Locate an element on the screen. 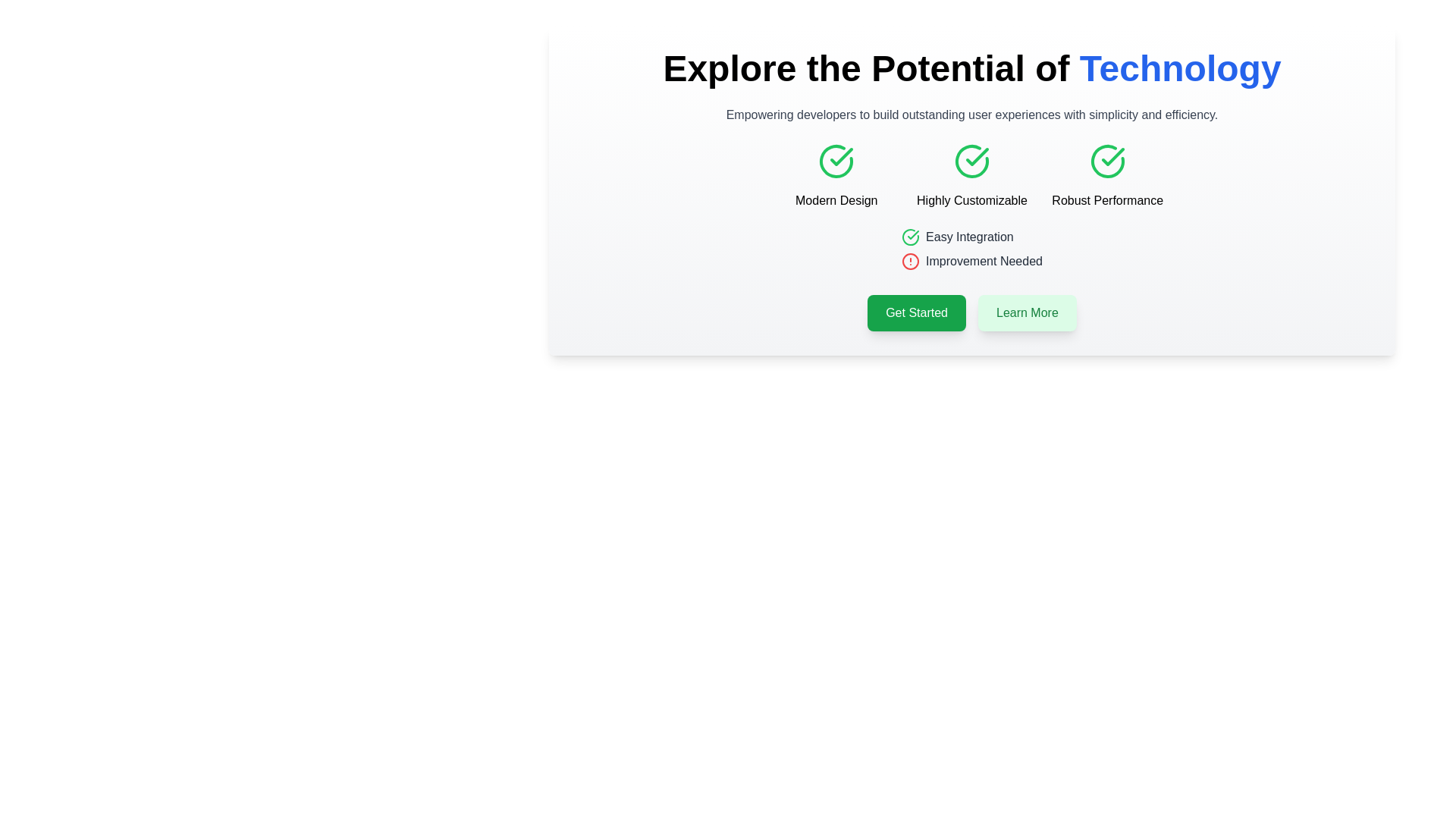  the left part of the checkmark icon representing 'Modern Design', which is a decorative SVG graphical element that serves as a non-interactive visual indicator is located at coordinates (836, 161).